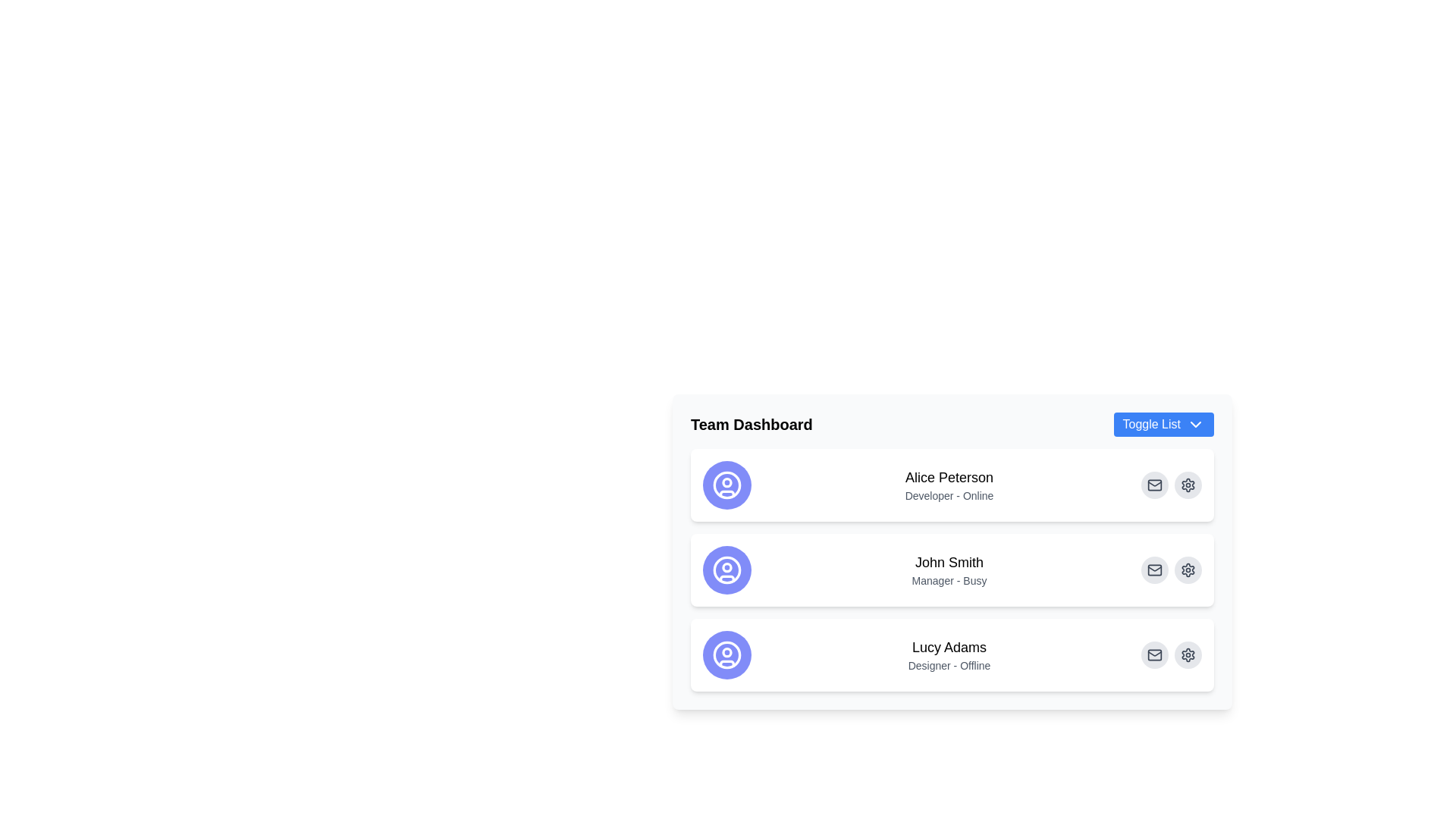  I want to click on the mail icon button in the profile card for 'Lucy Adams', so click(1153, 654).